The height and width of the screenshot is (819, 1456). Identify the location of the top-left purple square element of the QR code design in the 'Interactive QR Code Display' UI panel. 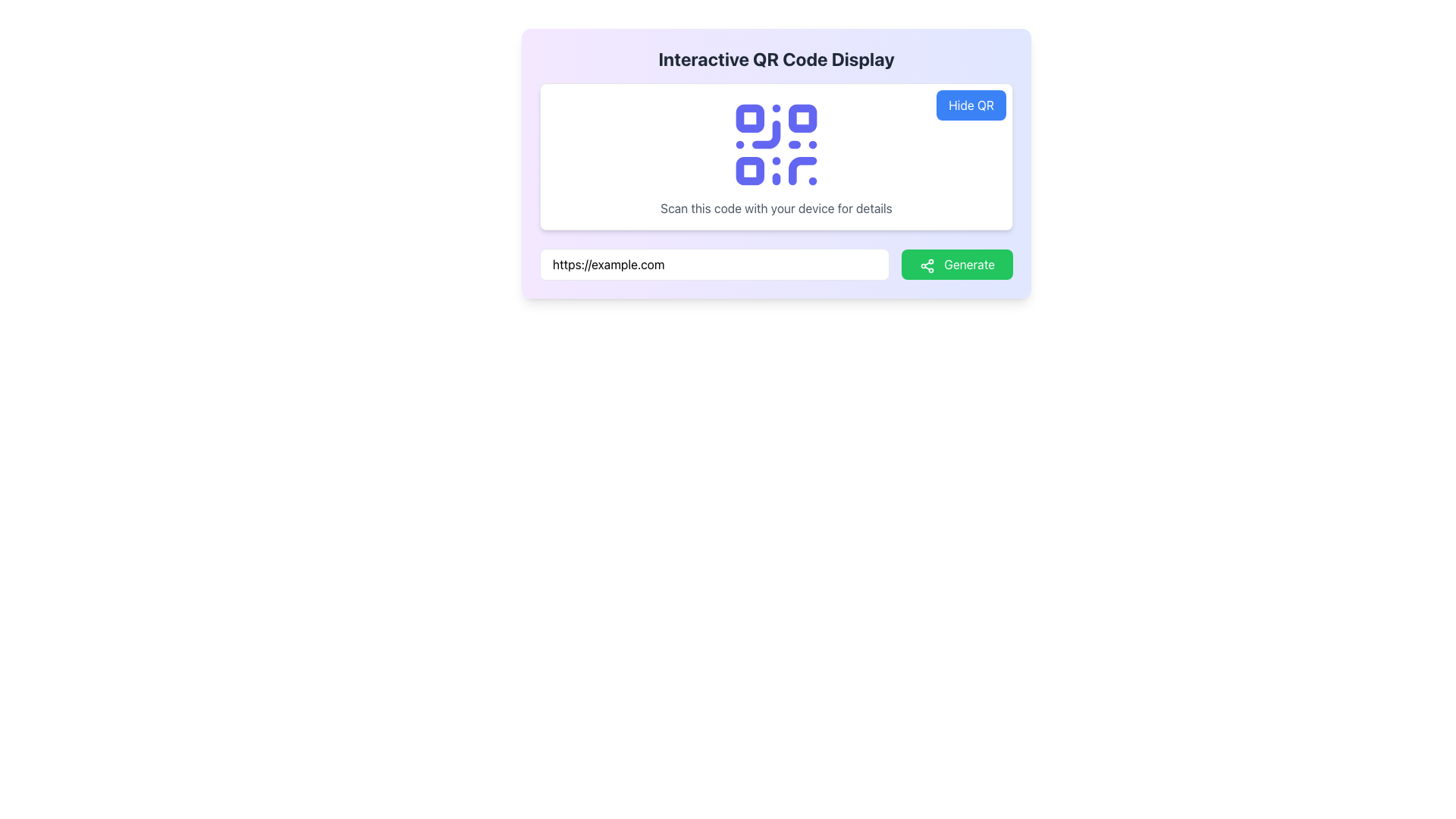
(750, 118).